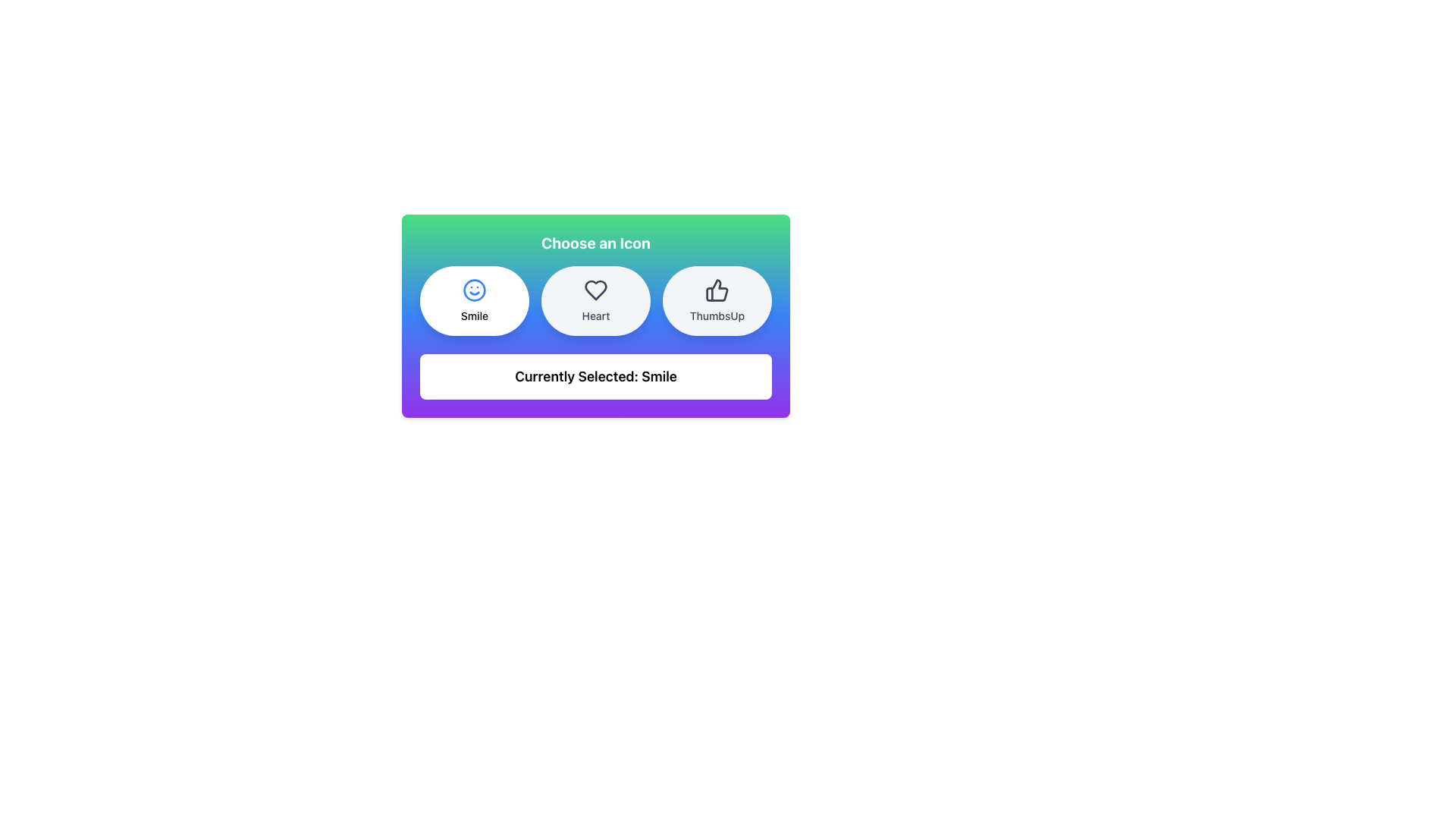  Describe the element at coordinates (716, 301) in the screenshot. I see `the rightmost button in a group of three buttons, which features a thumbs-up symbol, to observe the visual effect` at that location.